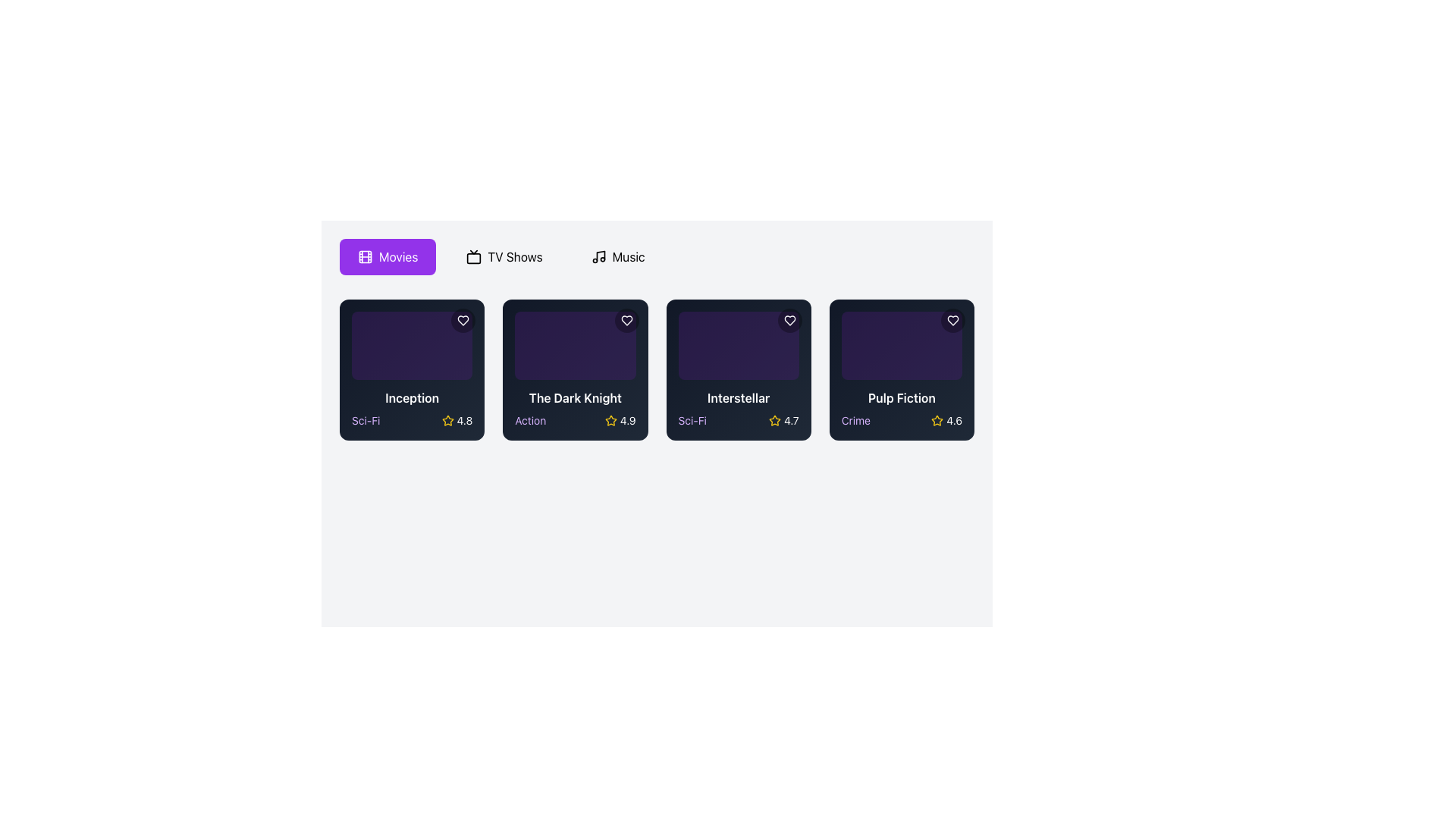 The height and width of the screenshot is (819, 1456). Describe the element at coordinates (789, 320) in the screenshot. I see `the heart-shaped icon with a hollow outline and white stroke located at the top-right corner of the movie card labeled 'Interstellar' to like or favorite the card` at that location.